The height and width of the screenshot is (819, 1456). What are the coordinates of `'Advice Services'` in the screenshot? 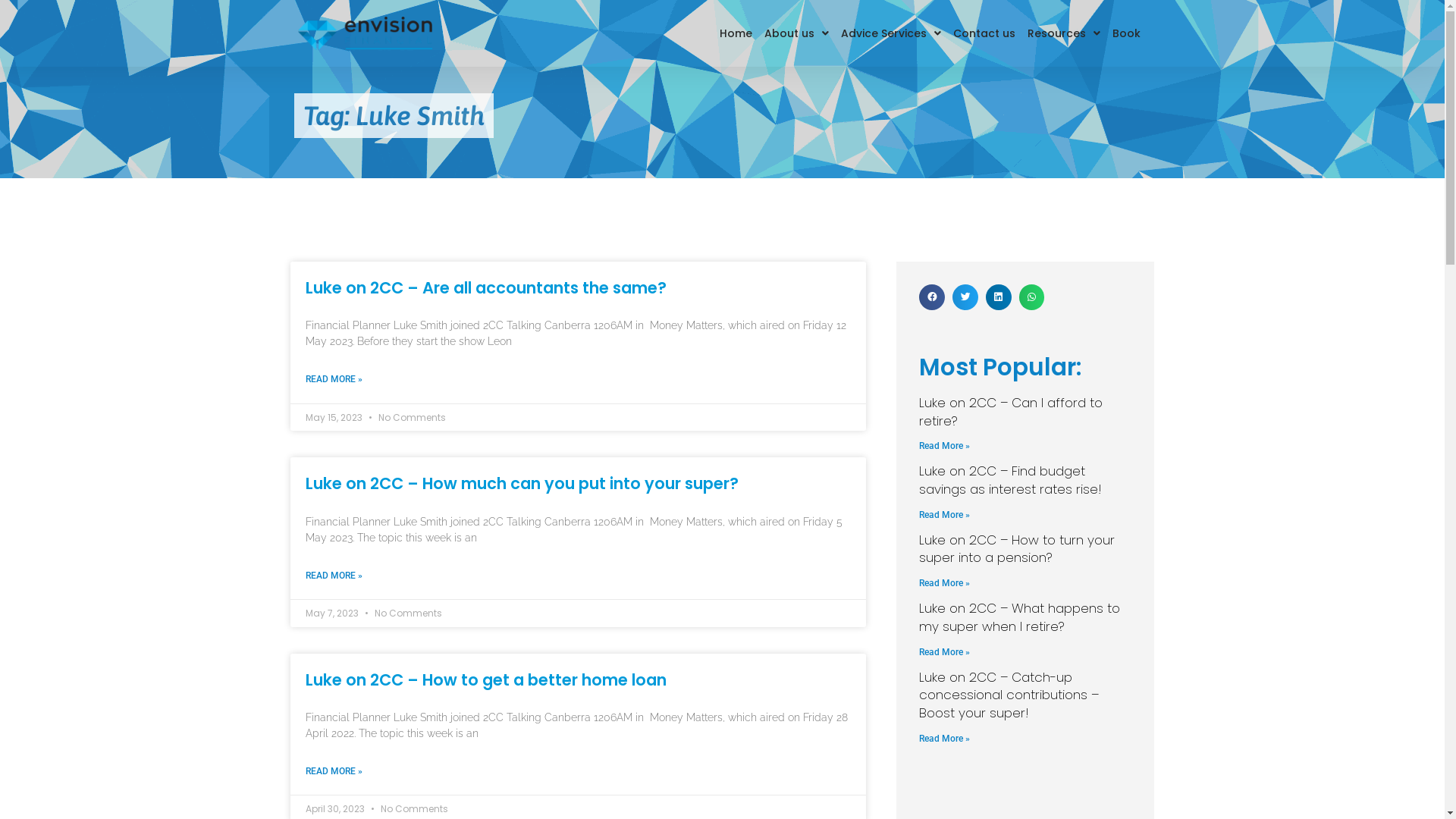 It's located at (891, 33).